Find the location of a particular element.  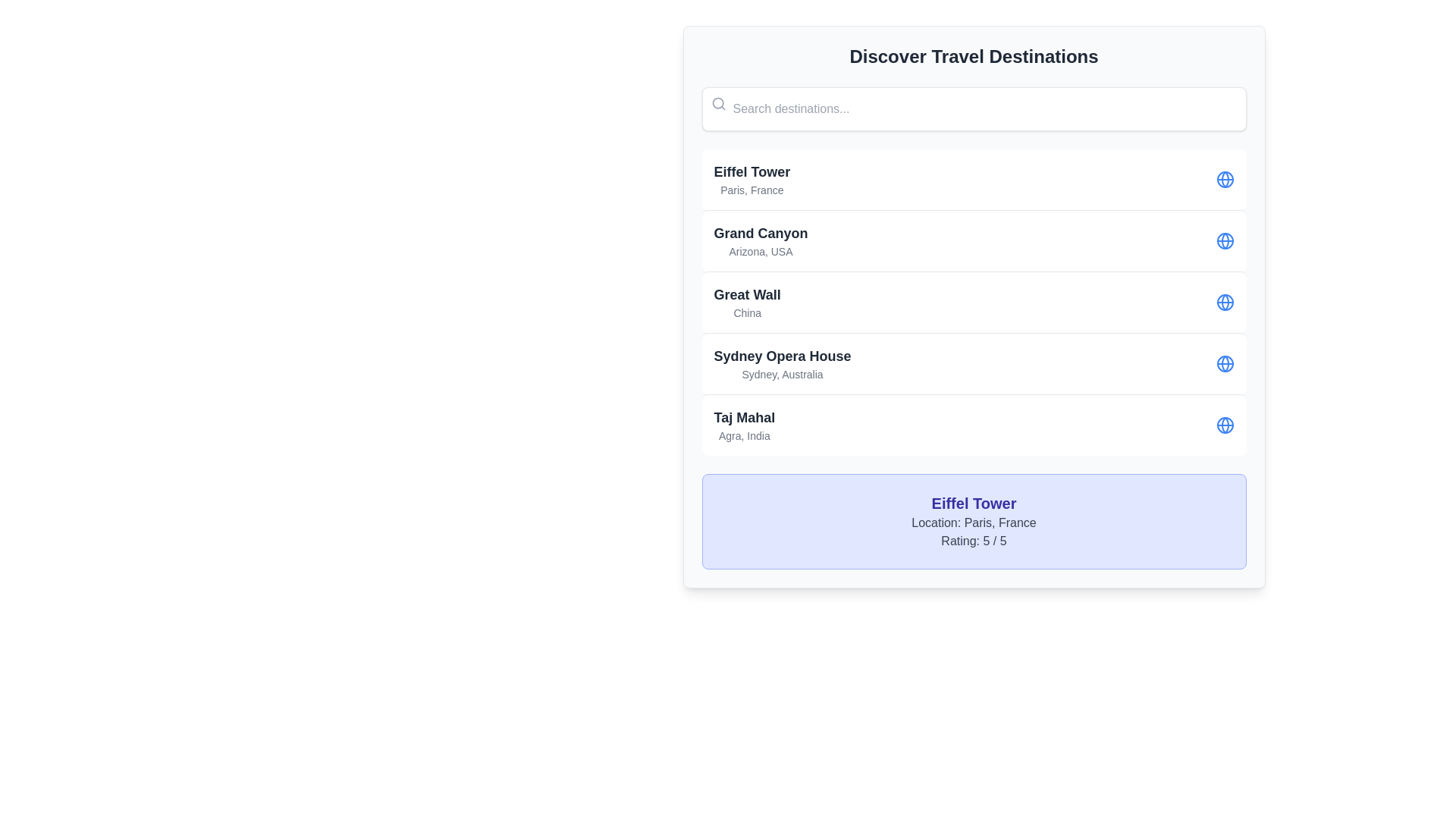

the text label 'Eiffel Tower', which is styled with a large, bold font in dark gray, located at the upper-left corner of the travel destinations list is located at coordinates (752, 171).